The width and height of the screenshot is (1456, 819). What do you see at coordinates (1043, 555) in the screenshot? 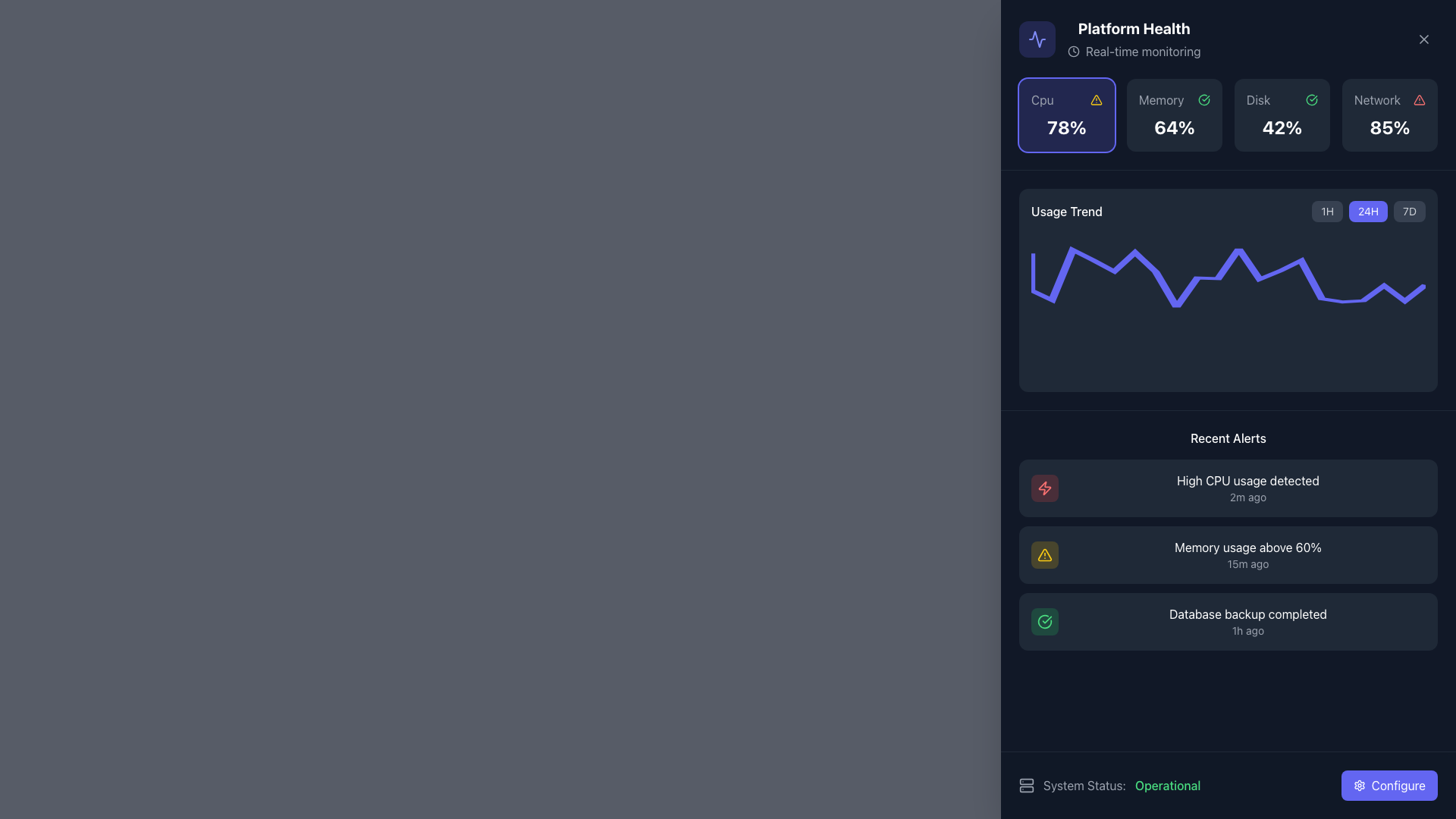
I see `the alert icon located in the 'Recent Alerts' section, which represents a warning about memory usage above 60%` at bounding box center [1043, 555].